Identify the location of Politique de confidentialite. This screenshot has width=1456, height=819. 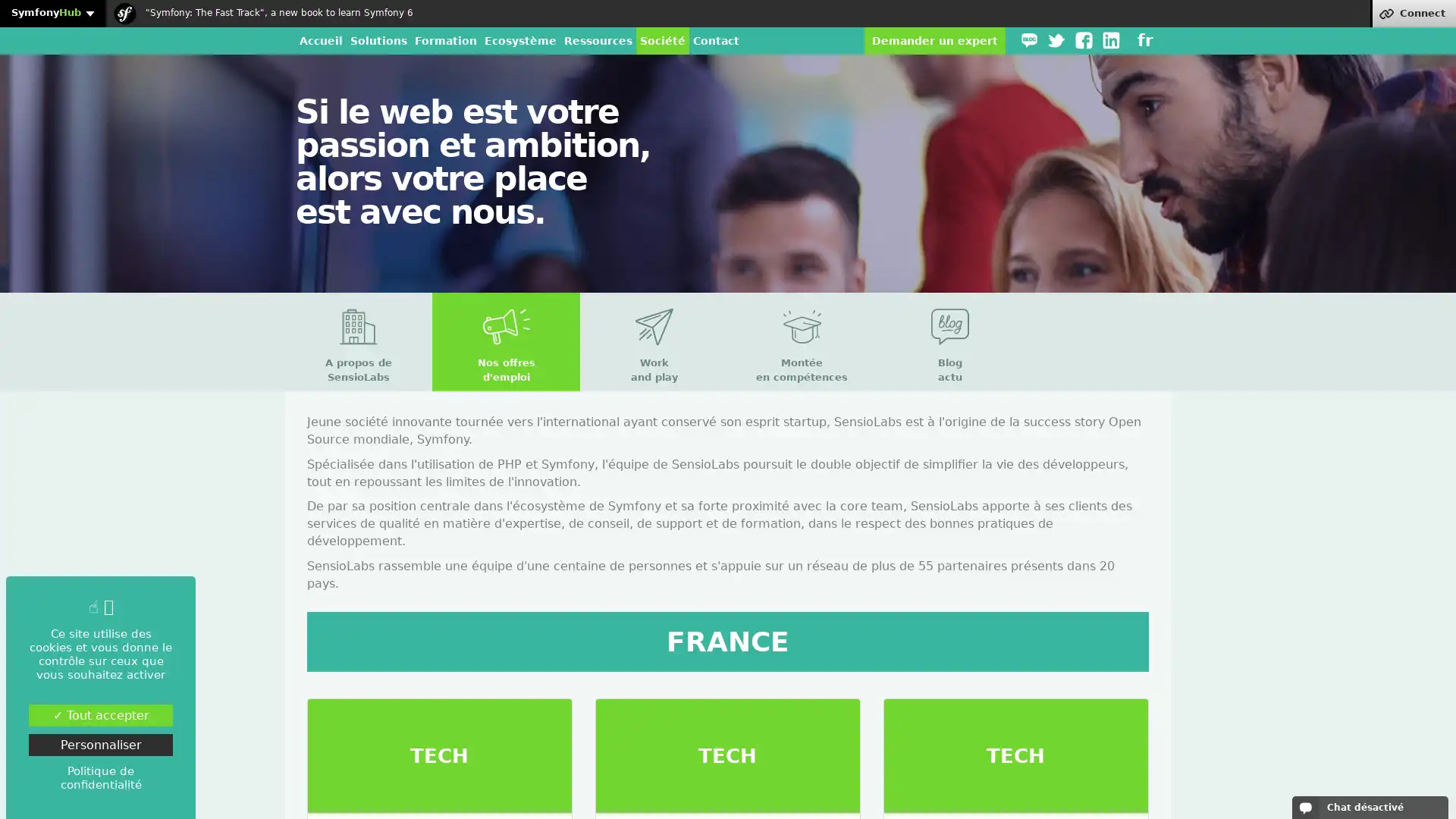
(100, 778).